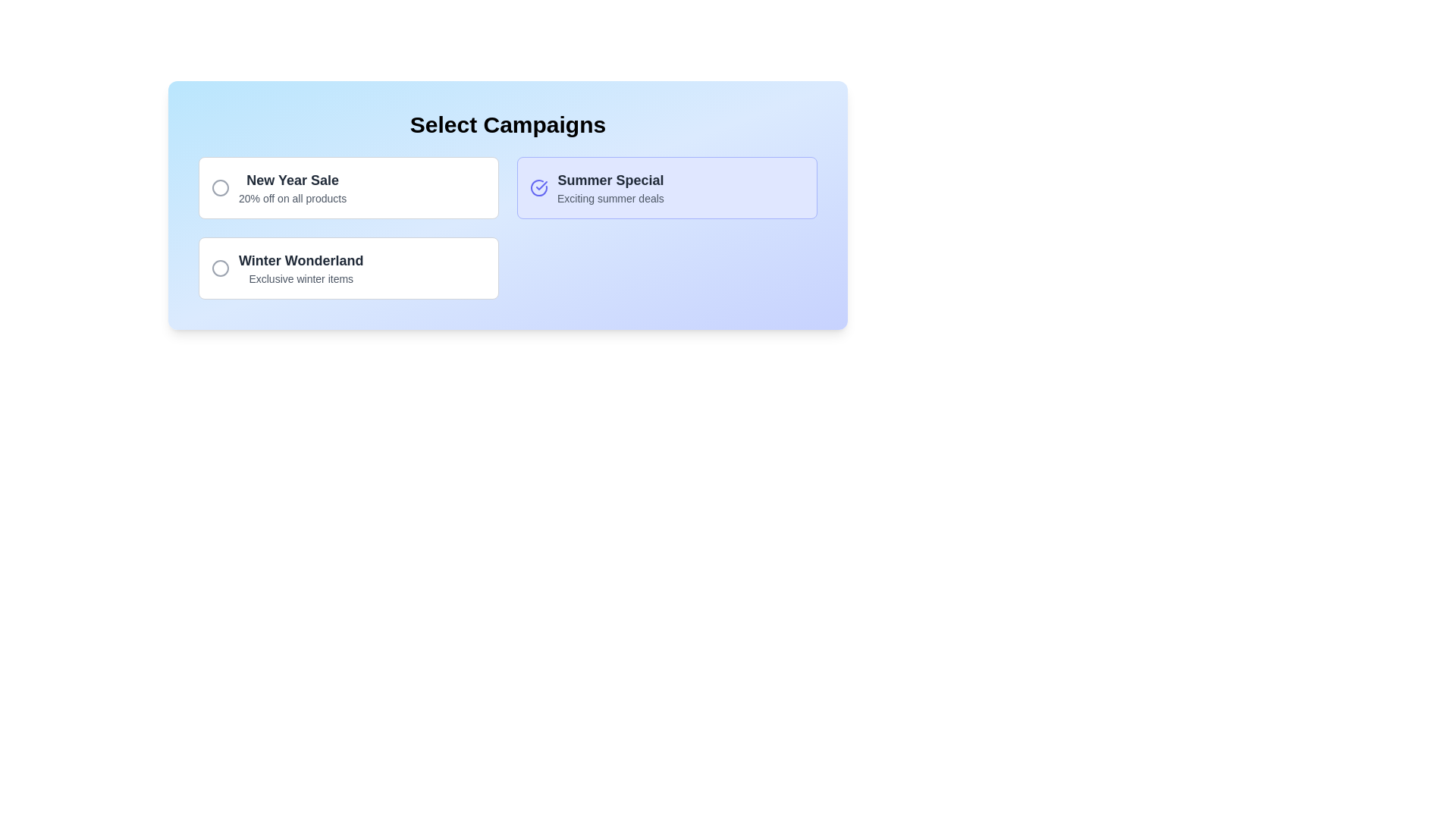  I want to click on the static text display that serves as a title or header for the section, which guides the user to select campaigns, so click(508, 124).